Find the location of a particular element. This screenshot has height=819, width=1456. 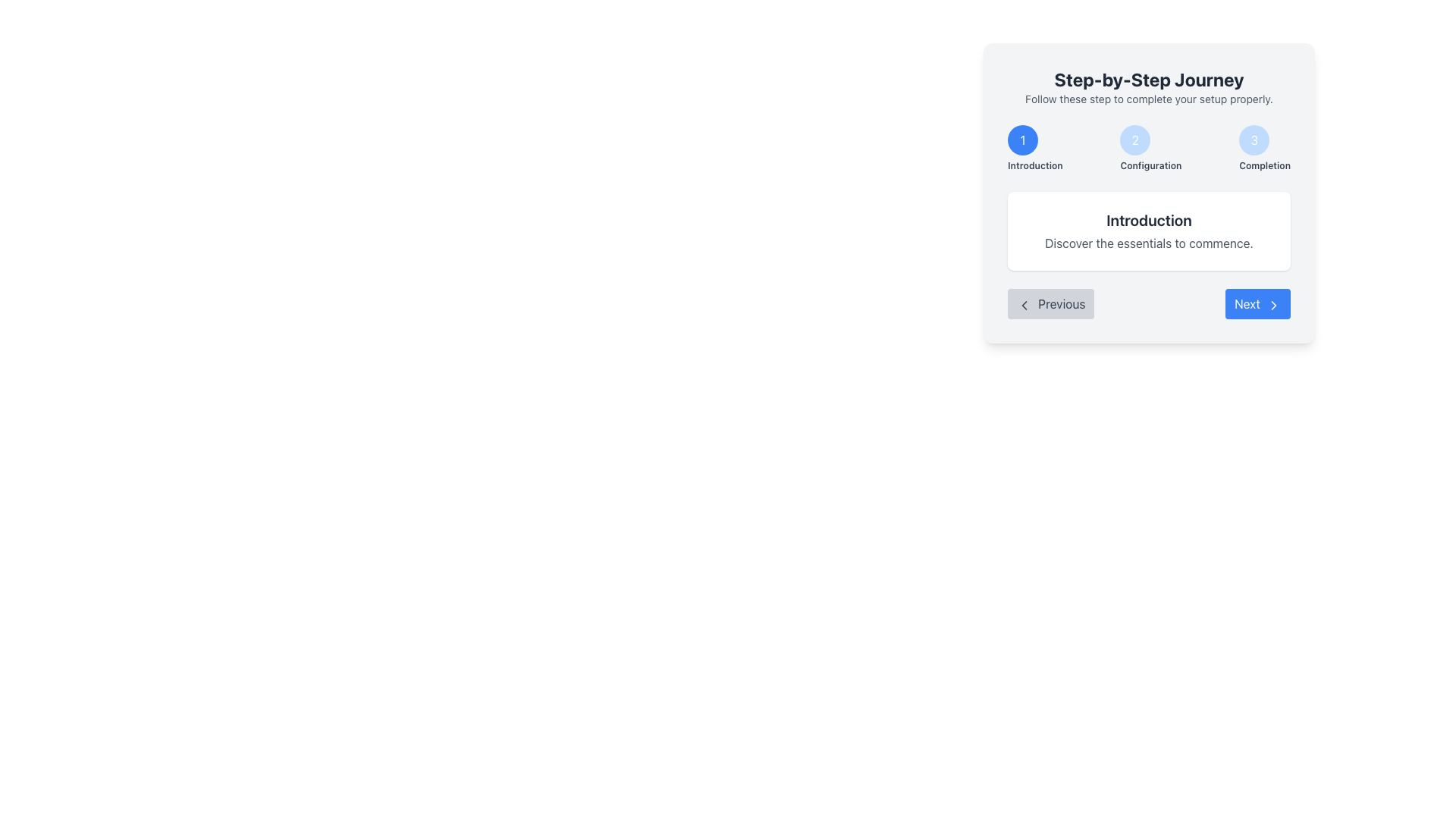

the step indicator badge containing the number '2' is located at coordinates (1150, 149).